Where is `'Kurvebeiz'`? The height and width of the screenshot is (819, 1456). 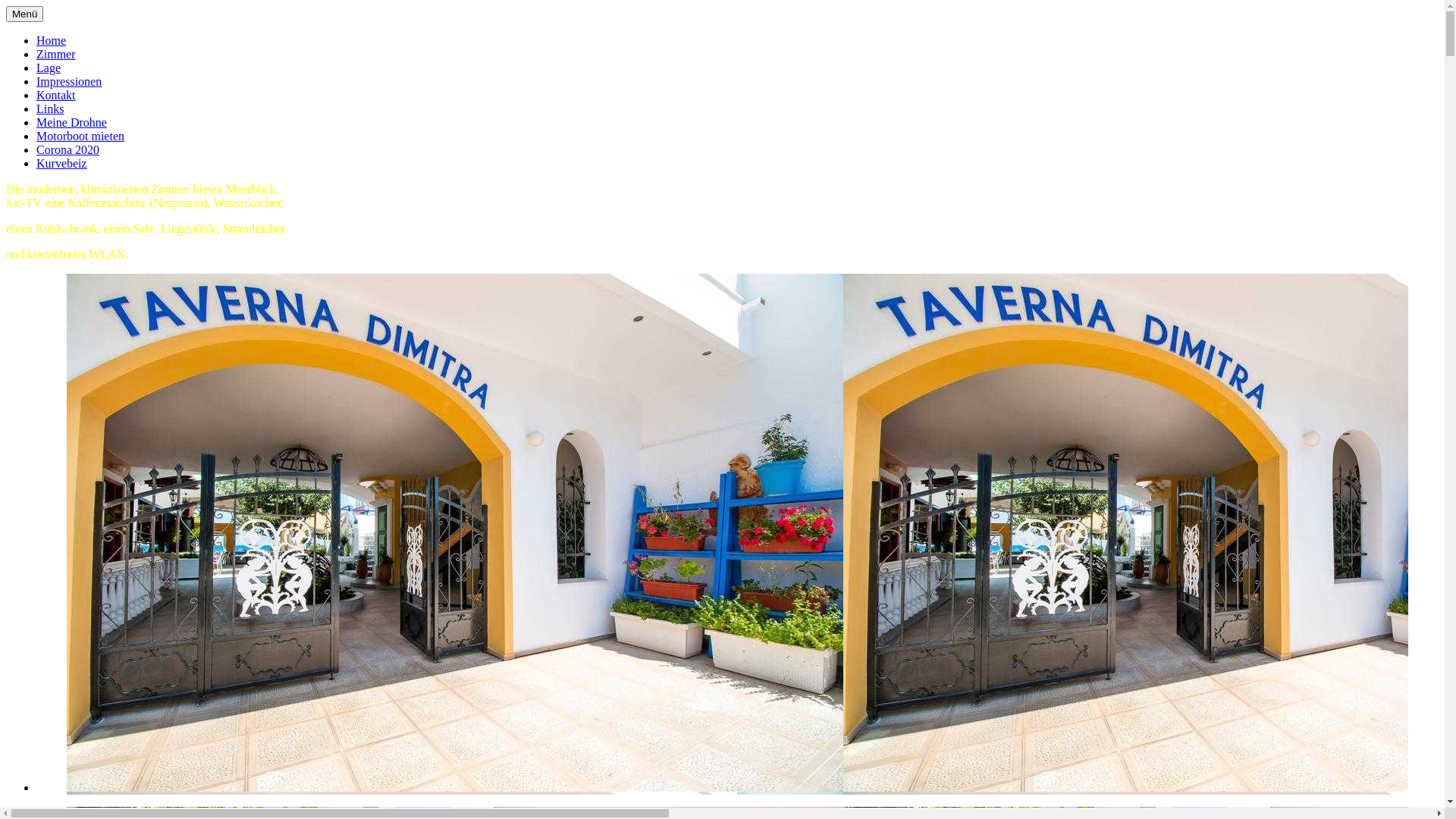
'Kurvebeiz' is located at coordinates (61, 163).